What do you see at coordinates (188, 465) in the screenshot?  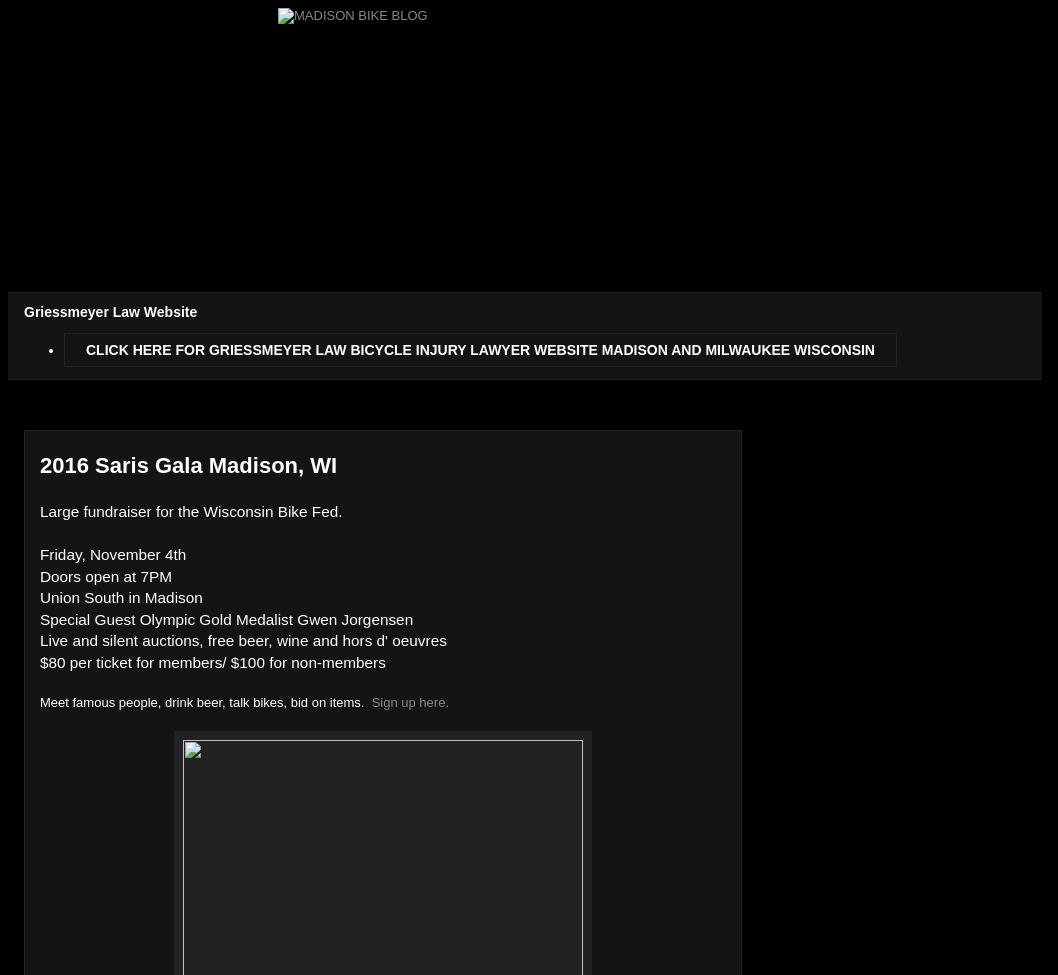 I see `'2016 Saris Gala Madison, WI'` at bounding box center [188, 465].